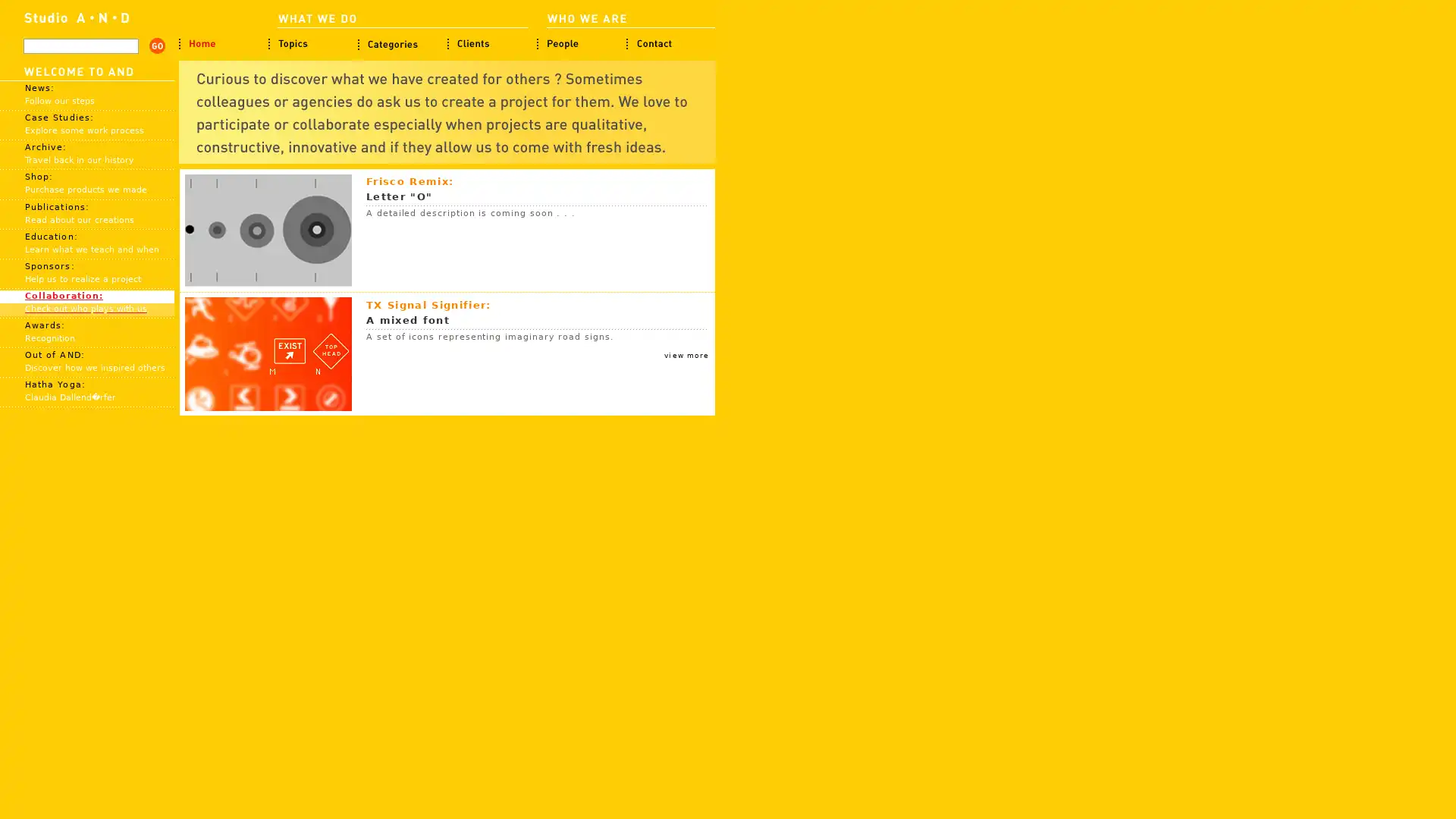  I want to click on search, so click(156, 45).